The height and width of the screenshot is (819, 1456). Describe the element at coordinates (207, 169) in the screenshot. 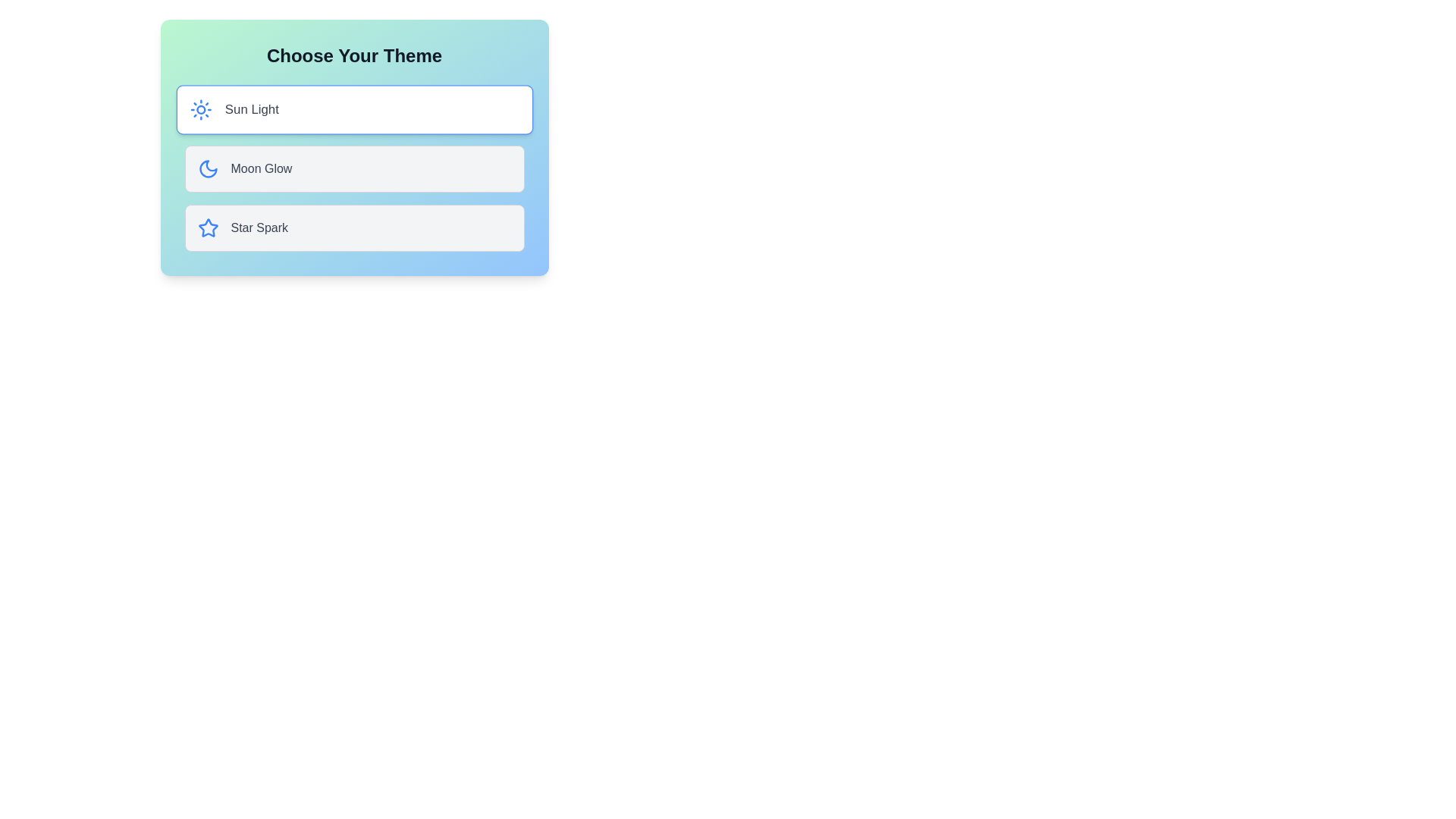

I see `the moon icon representing the 'Moon Glow' theme option, which is the second item in the 'Choose Your Theme' list` at that location.